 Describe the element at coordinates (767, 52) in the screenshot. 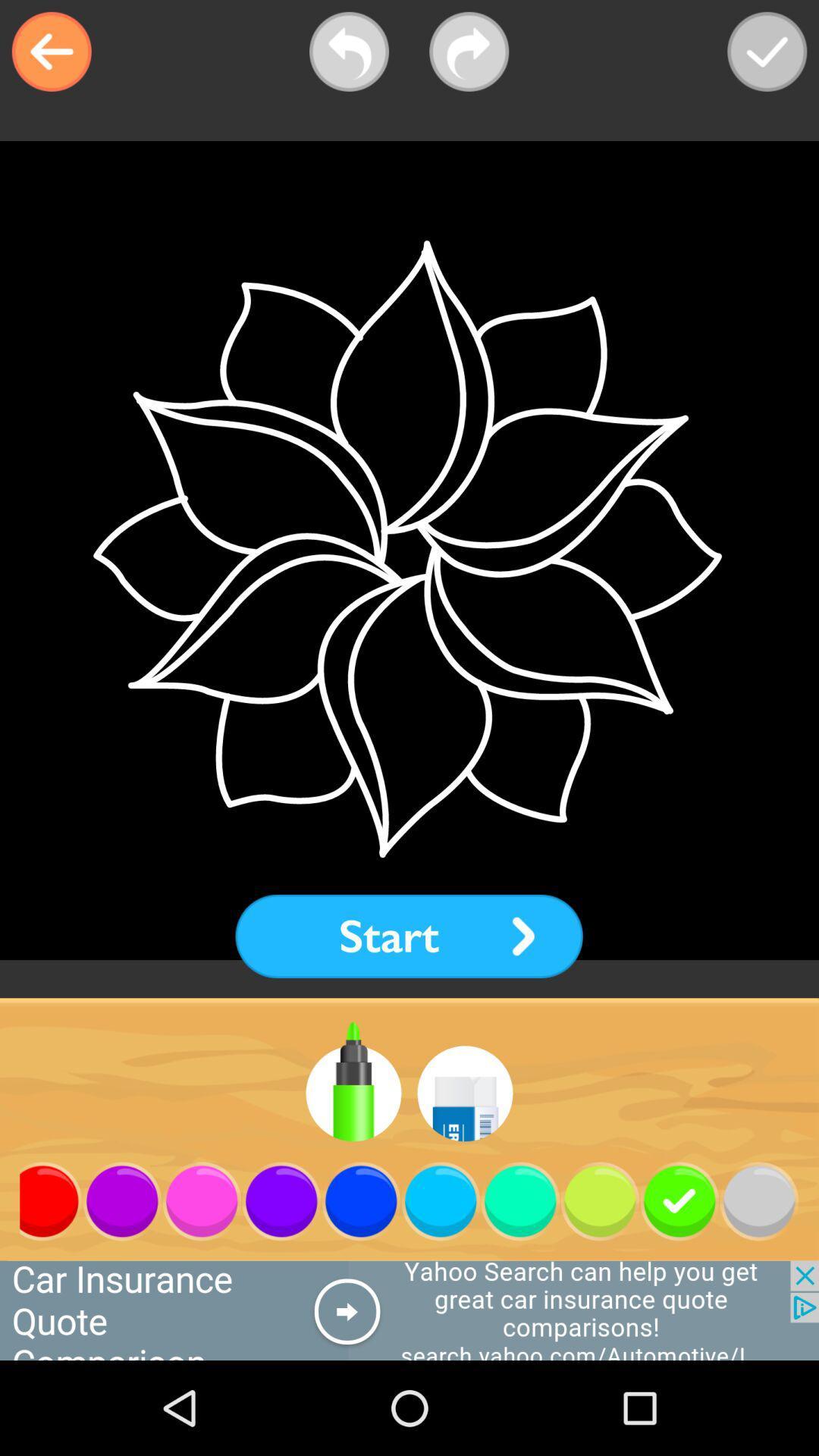

I see `the check icon` at that location.